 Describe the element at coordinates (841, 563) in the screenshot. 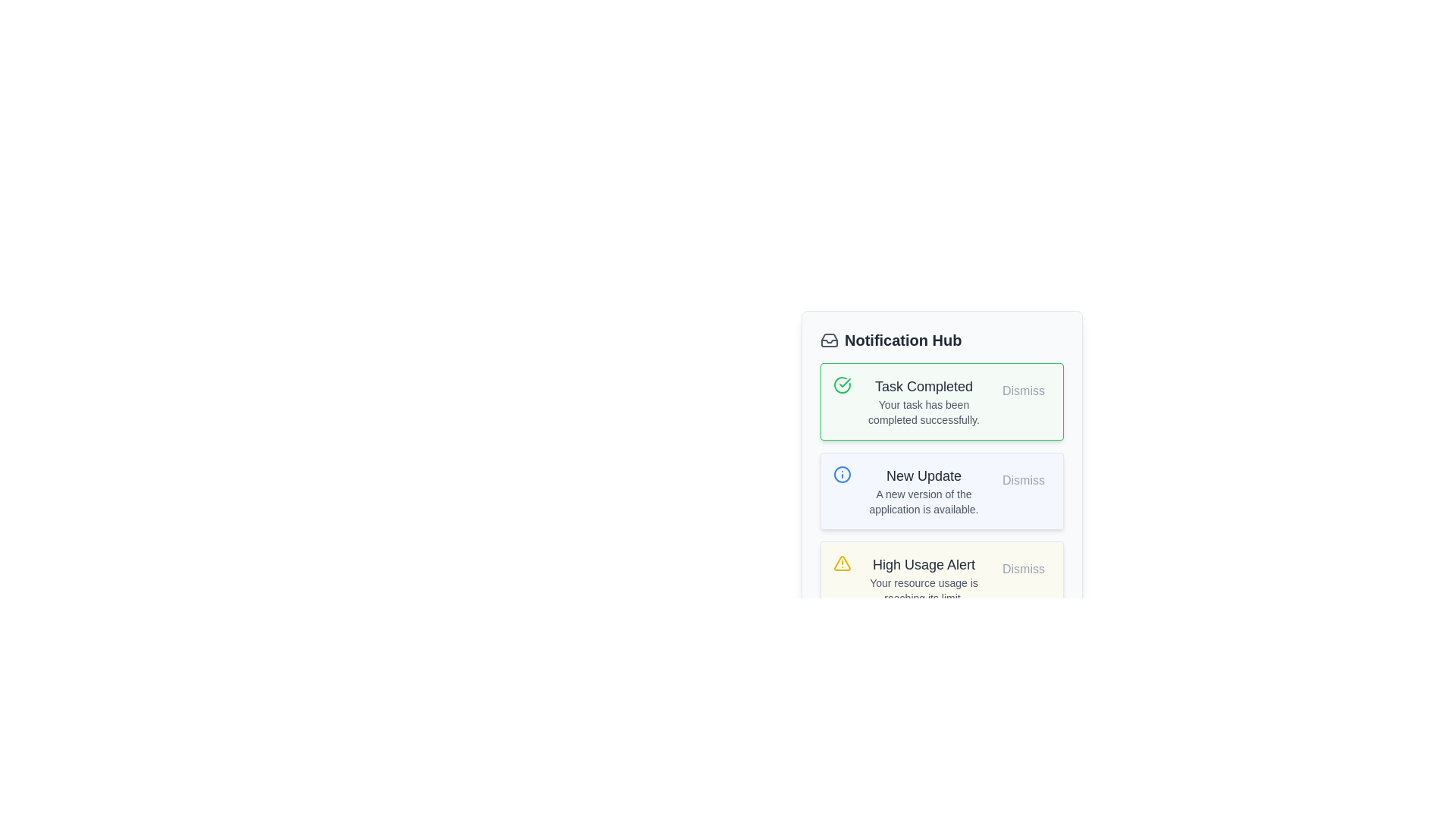

I see `the warning icon shaped like a triangle with an exclamation point inside, which has a yellow outline and is found within the 'High Usage Alert' notification card, positioned to the left of the alert title text` at that location.